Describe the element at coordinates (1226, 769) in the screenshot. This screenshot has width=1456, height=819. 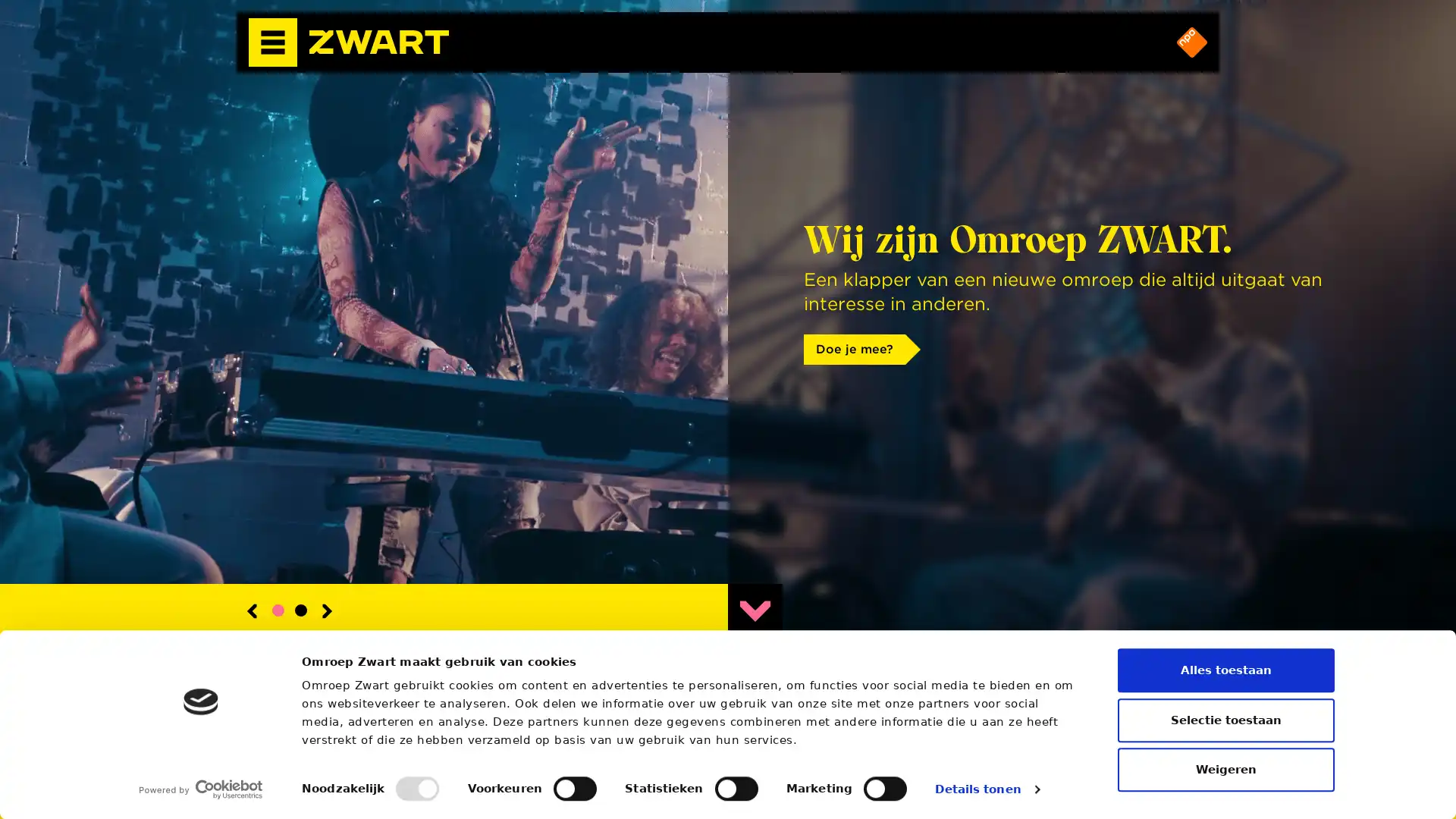
I see `Weigeren` at that location.